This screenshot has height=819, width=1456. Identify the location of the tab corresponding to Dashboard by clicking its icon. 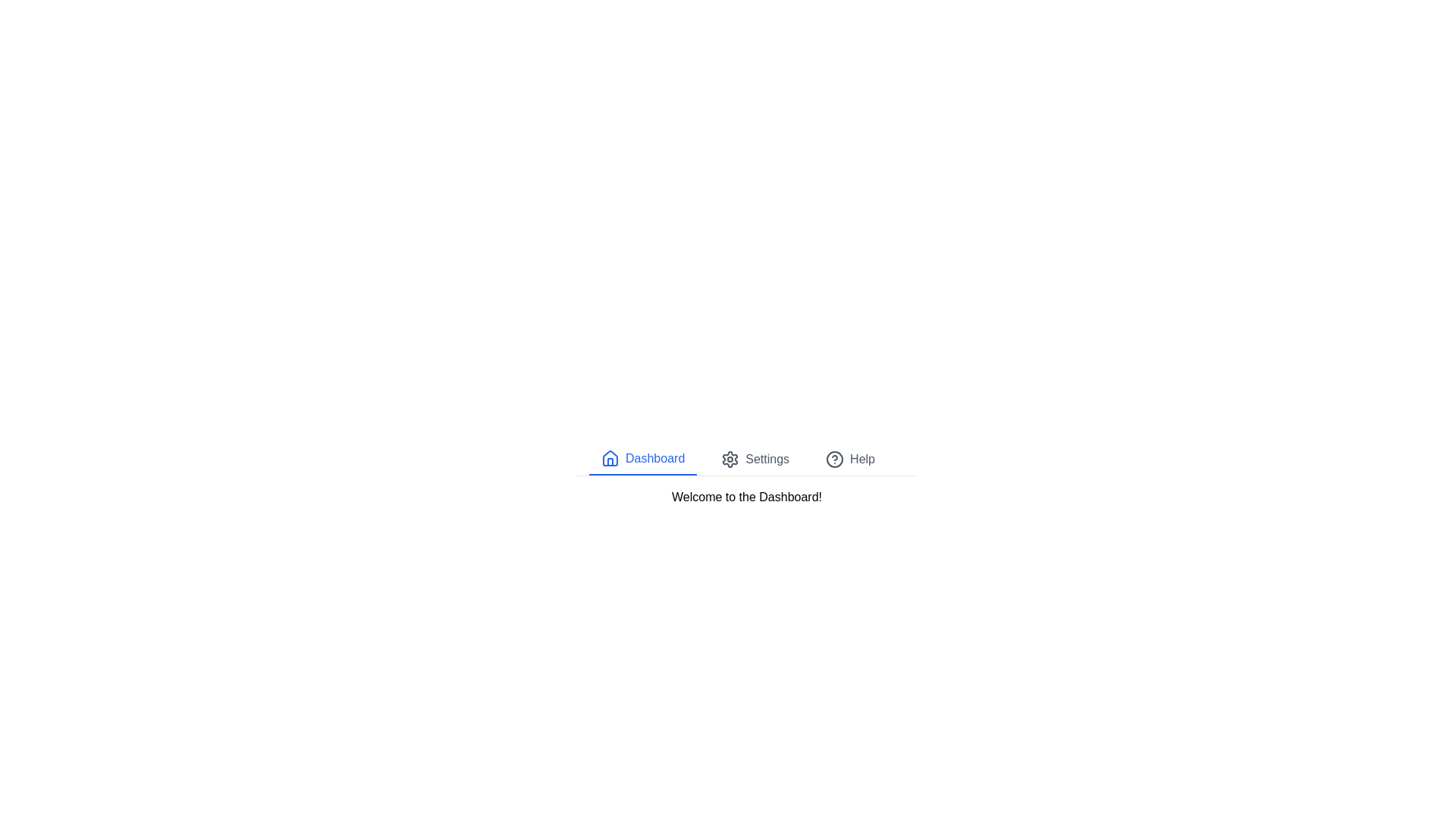
(610, 458).